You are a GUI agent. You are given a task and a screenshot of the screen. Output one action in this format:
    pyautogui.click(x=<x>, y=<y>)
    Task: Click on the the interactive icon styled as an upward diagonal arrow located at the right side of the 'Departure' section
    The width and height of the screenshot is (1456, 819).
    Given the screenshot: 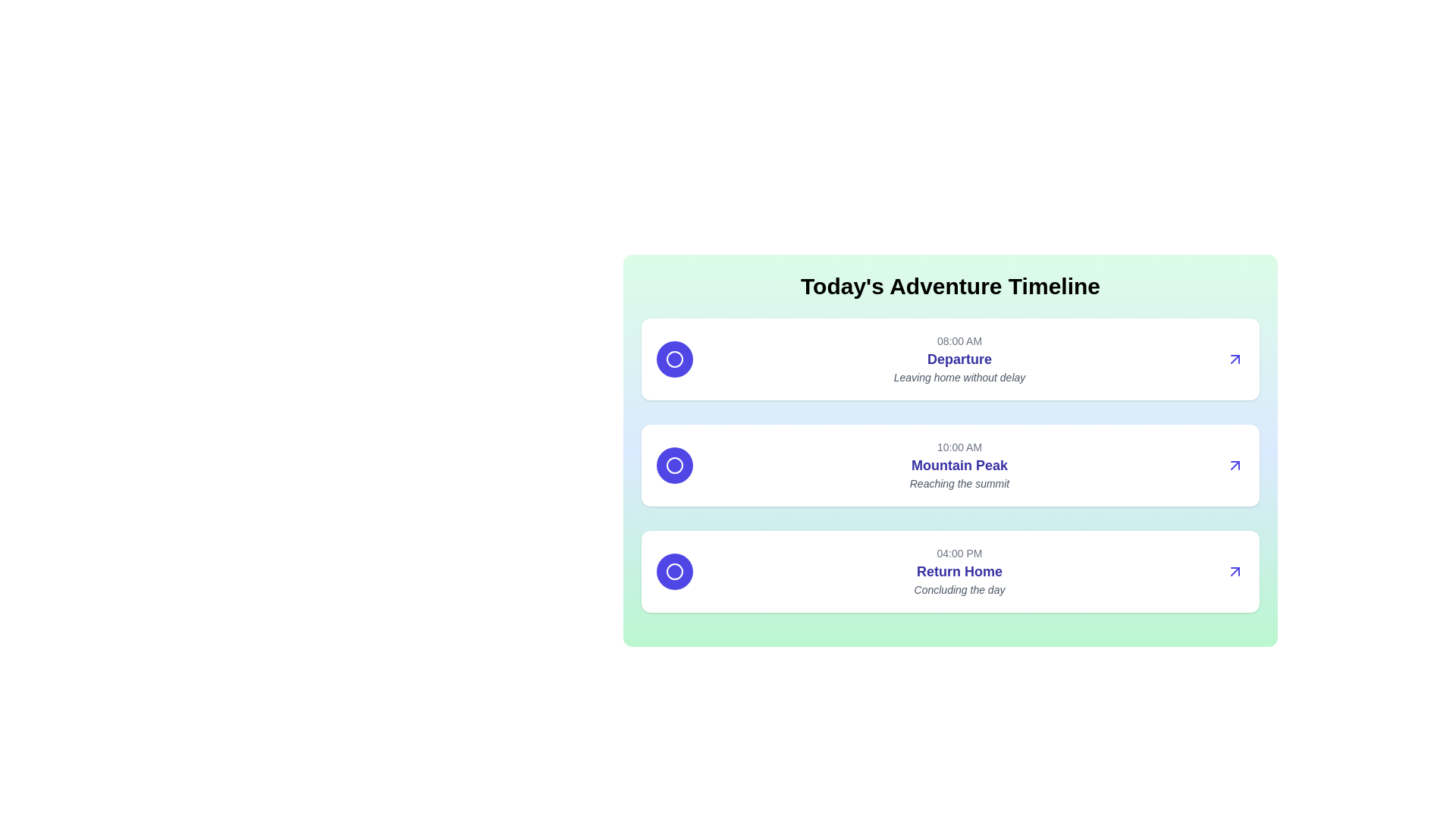 What is the action you would take?
    pyautogui.click(x=1235, y=359)
    